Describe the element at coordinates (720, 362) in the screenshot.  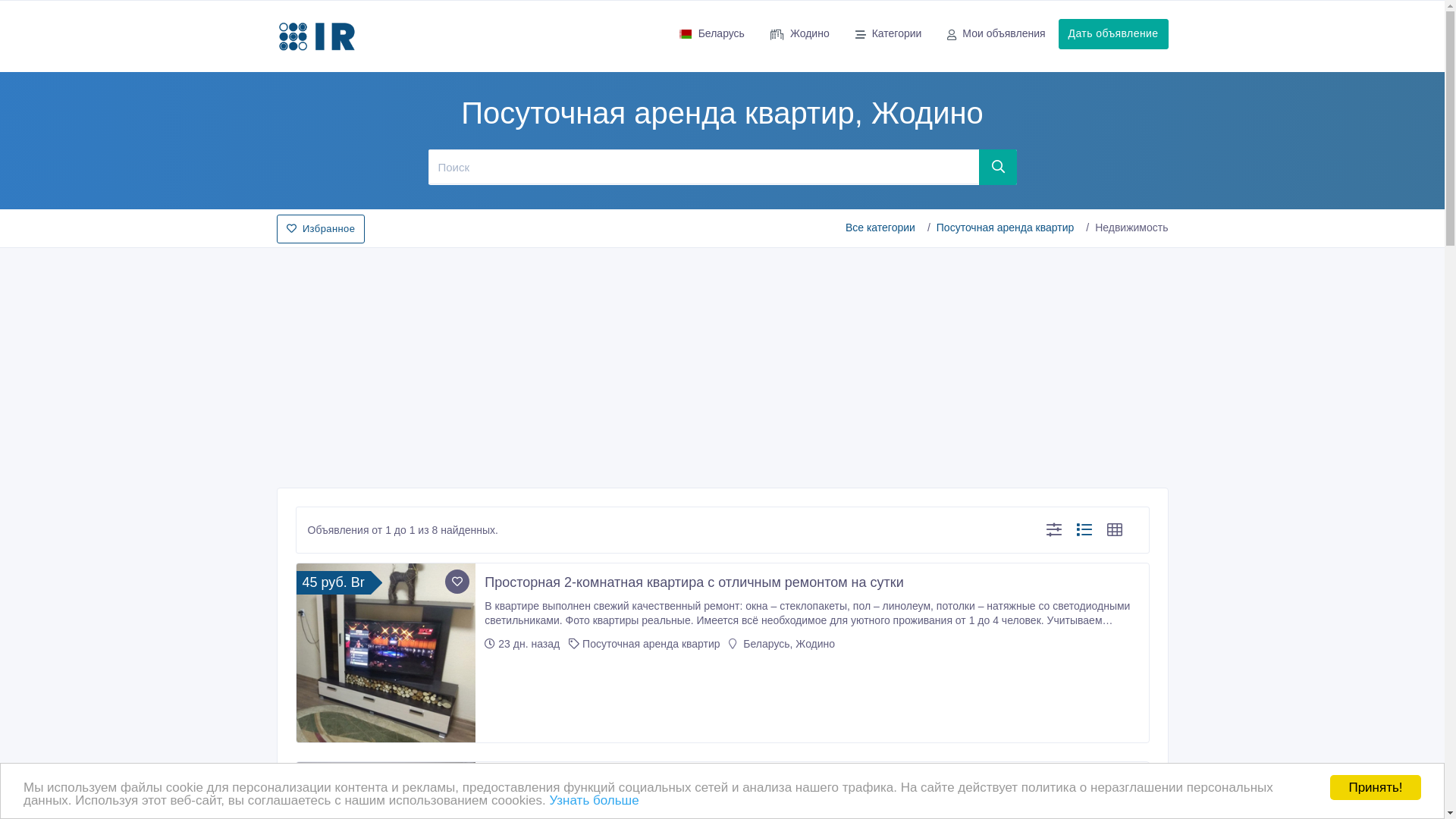
I see `'Advertisement'` at that location.